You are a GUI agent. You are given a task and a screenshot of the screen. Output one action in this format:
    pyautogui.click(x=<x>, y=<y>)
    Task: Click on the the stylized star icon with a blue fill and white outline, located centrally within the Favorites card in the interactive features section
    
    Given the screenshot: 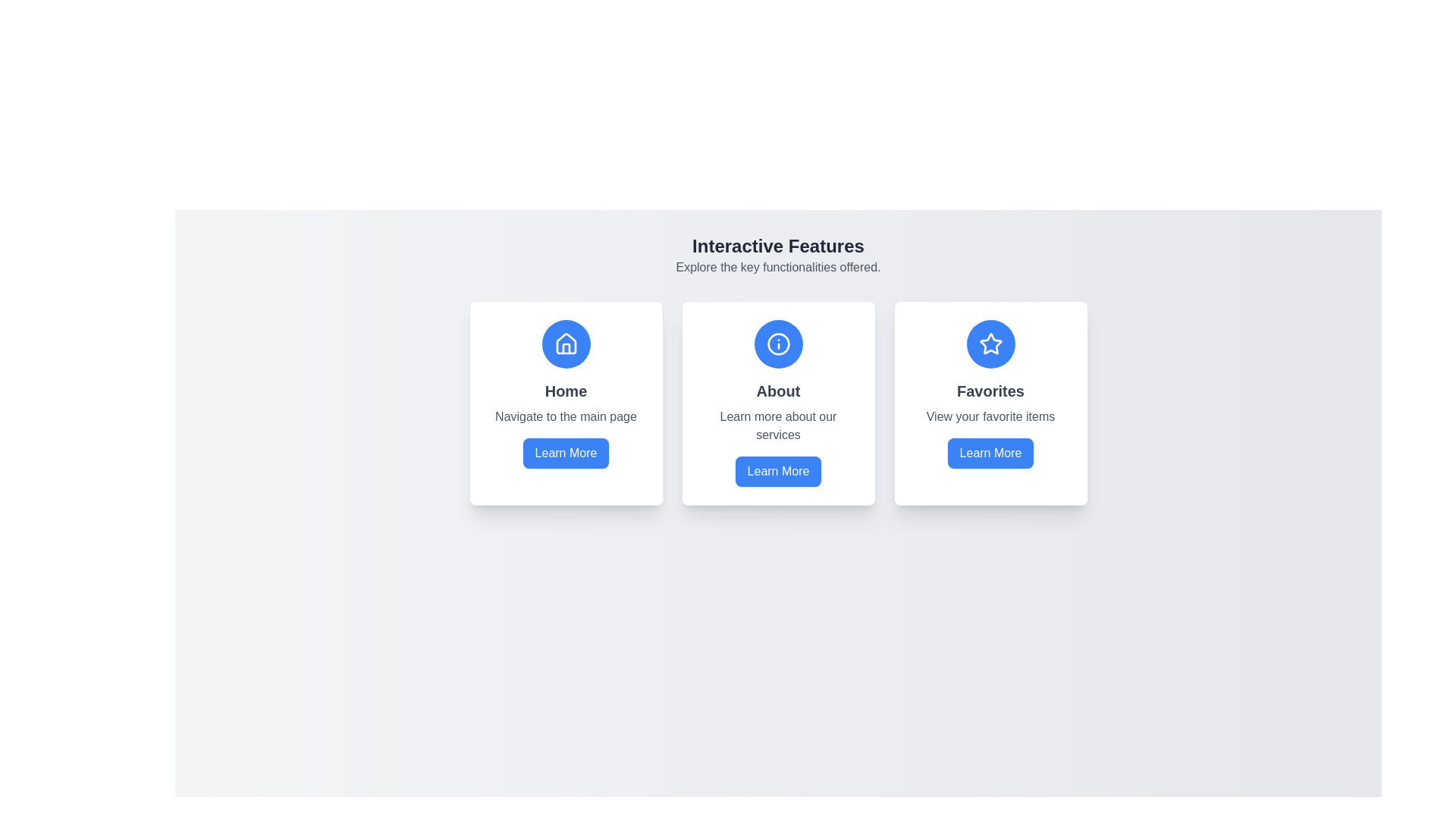 What is the action you would take?
    pyautogui.click(x=990, y=344)
    